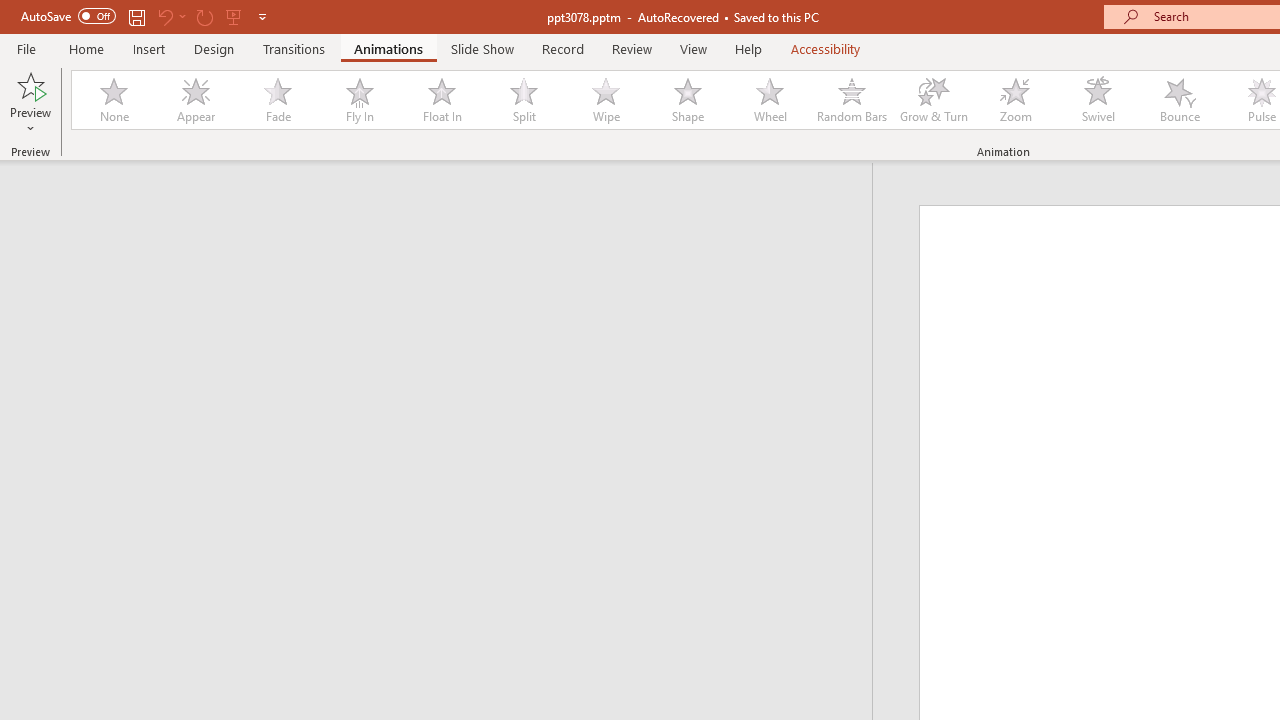 The height and width of the screenshot is (720, 1280). I want to click on 'Home', so click(85, 48).